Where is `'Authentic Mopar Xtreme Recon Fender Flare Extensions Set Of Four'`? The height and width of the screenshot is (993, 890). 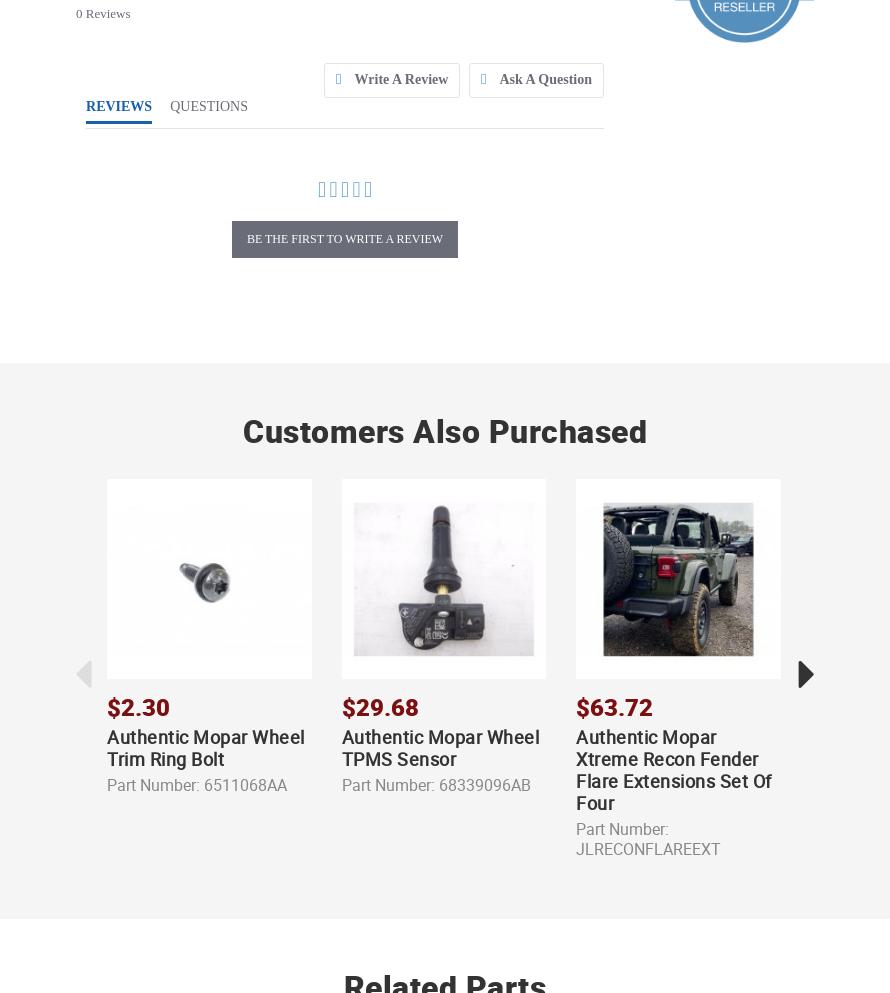
'Authentic Mopar Xtreme Recon Fender Flare Extensions Set Of Four' is located at coordinates (672, 768).